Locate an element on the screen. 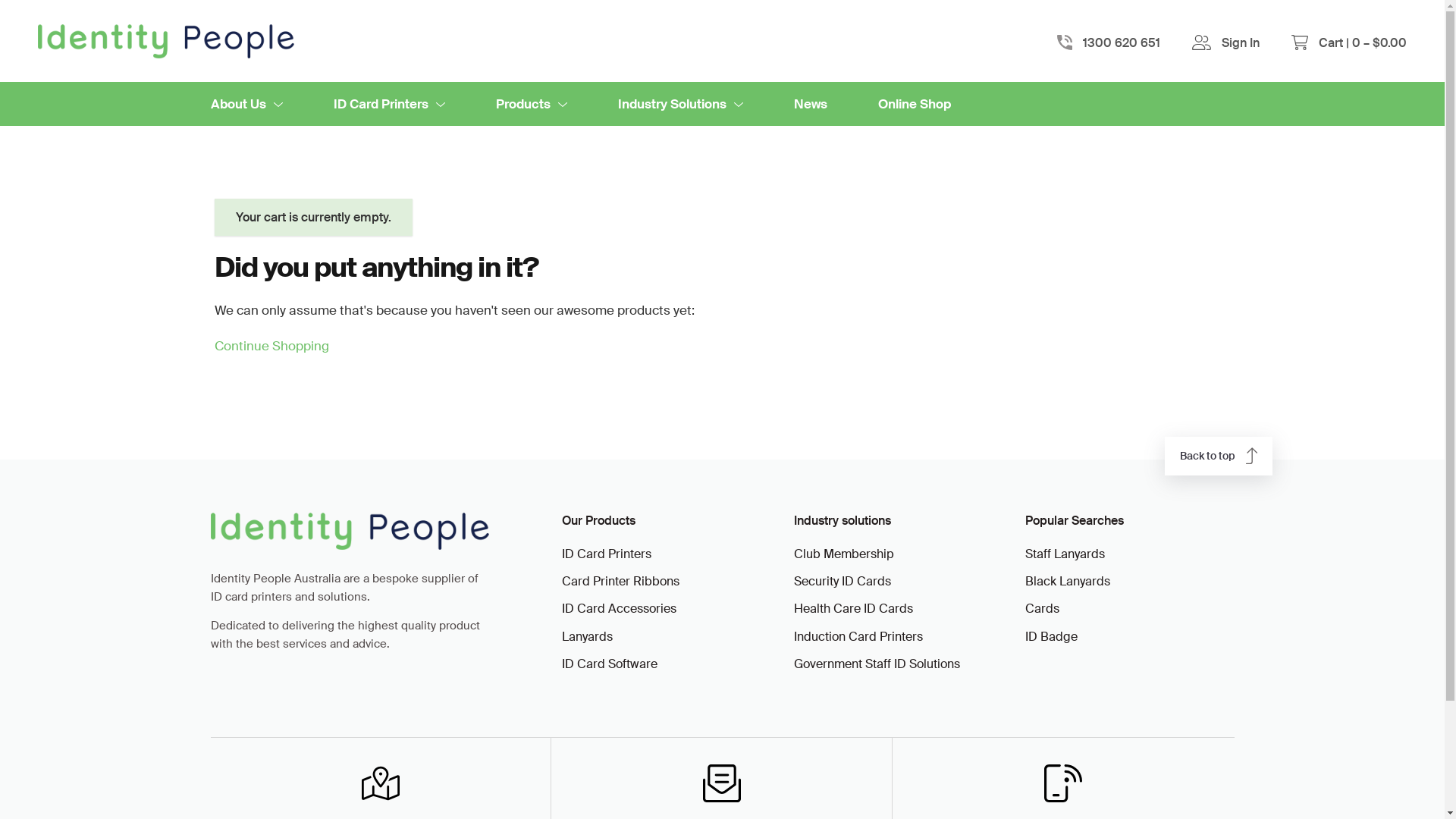 The image size is (1456, 819). 'Induction Card Printers' is located at coordinates (895, 637).